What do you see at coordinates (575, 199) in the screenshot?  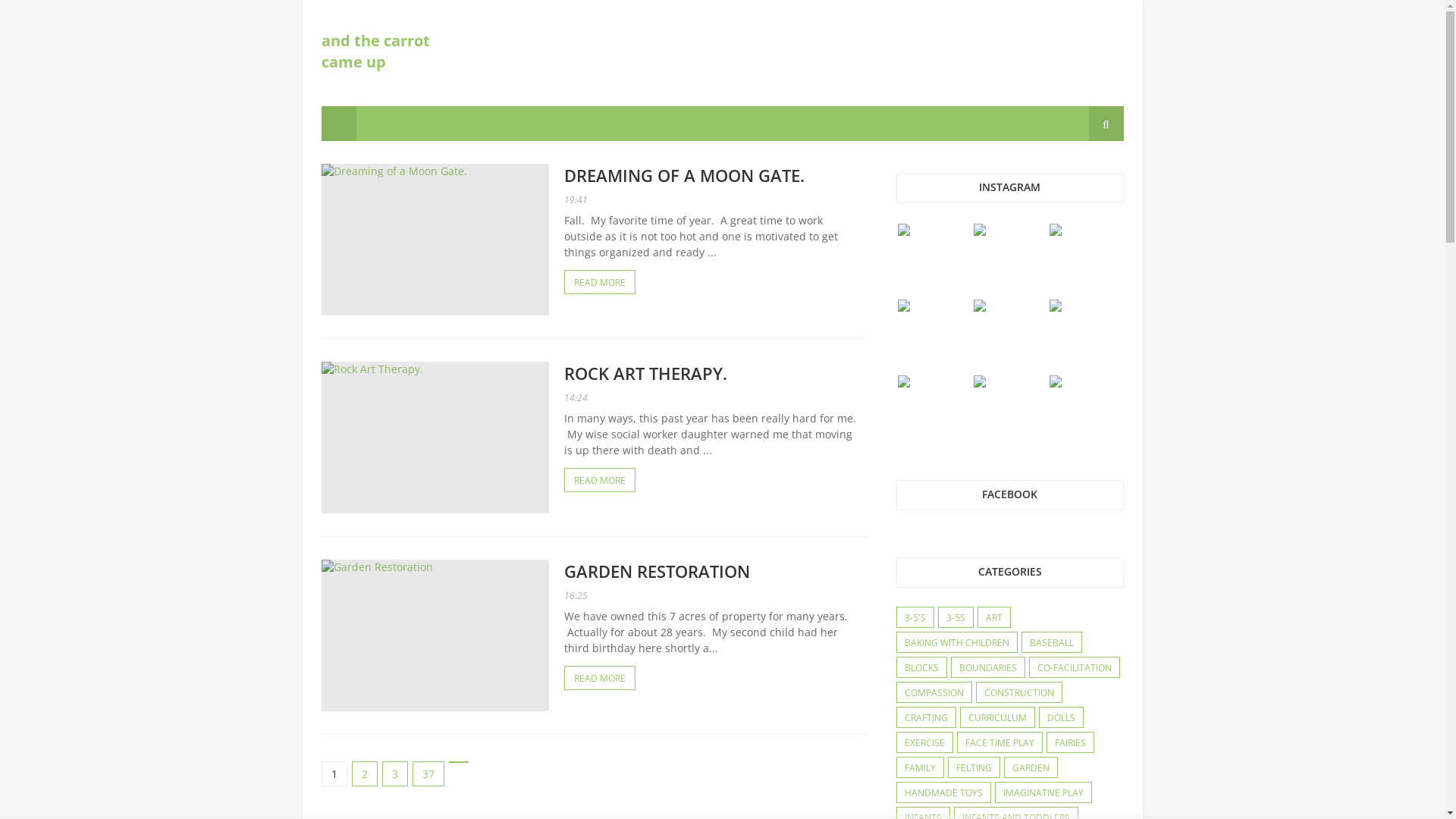 I see `'19:41'` at bounding box center [575, 199].